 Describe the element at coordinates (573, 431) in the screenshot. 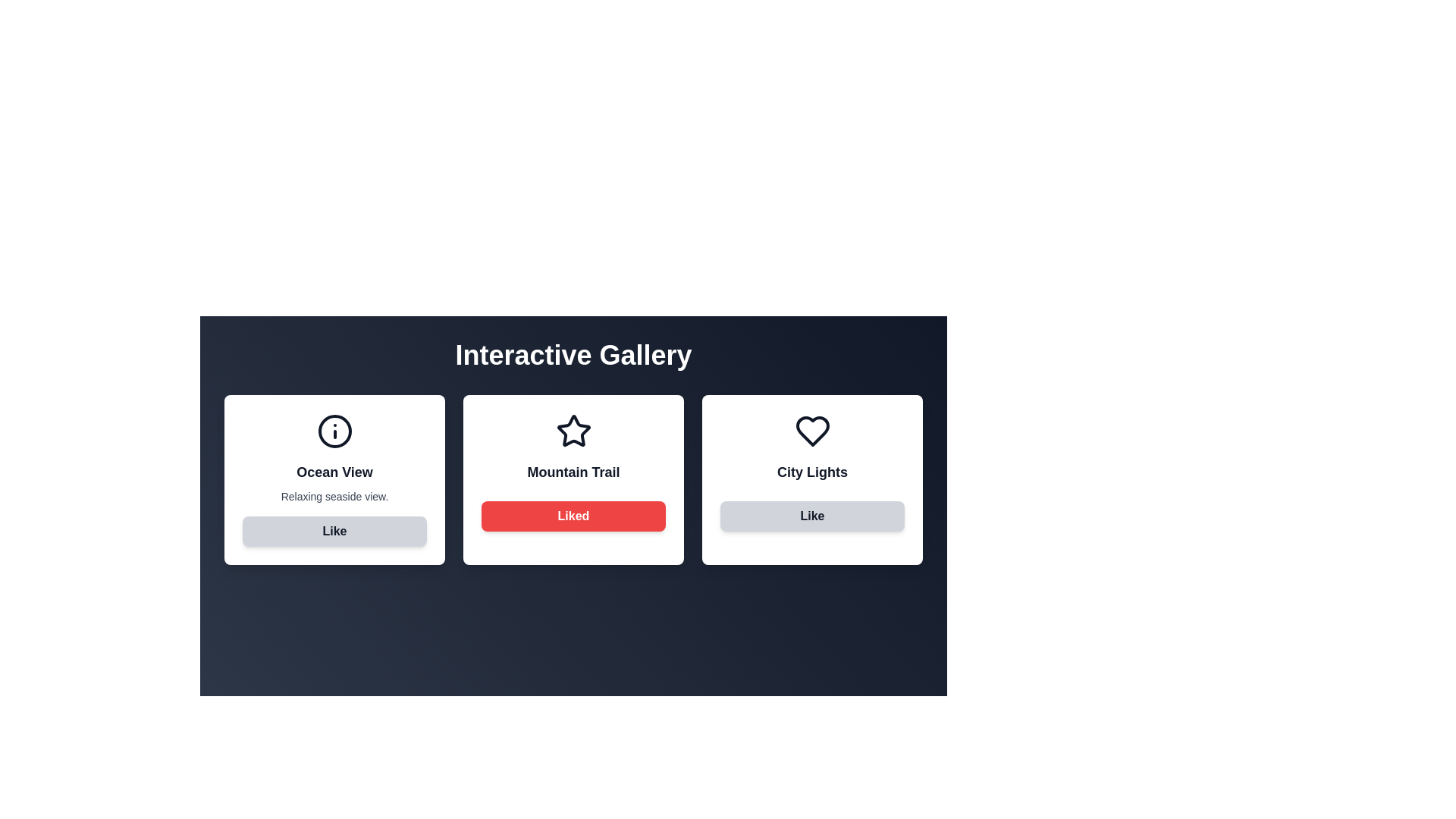

I see `the star icon located in the central card of the three-card layout, positioned above the 'Mountain Trail' label and the 'Liked' button` at that location.